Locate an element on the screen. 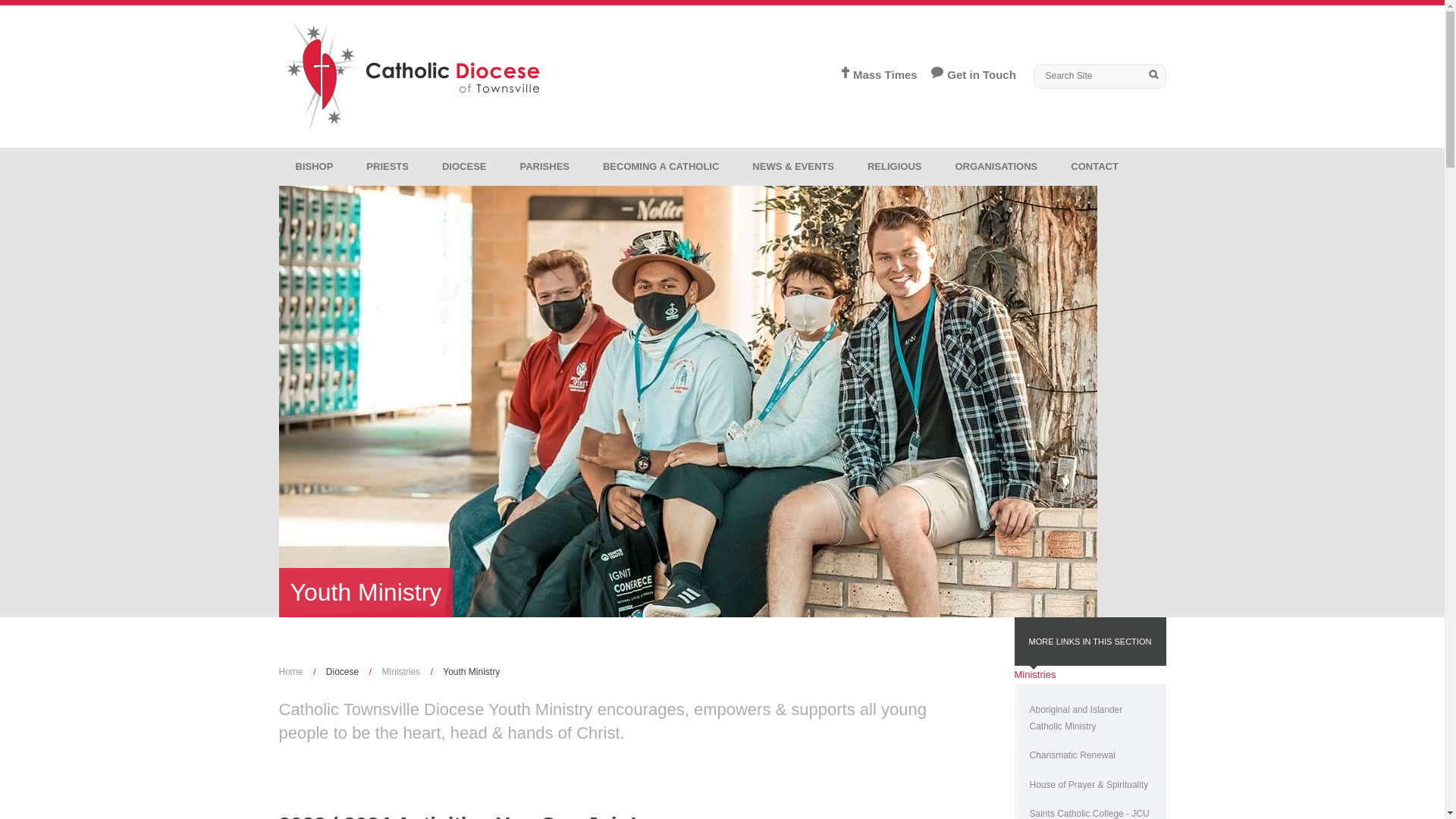  'RELIGIOUS' is located at coordinates (895, 166).